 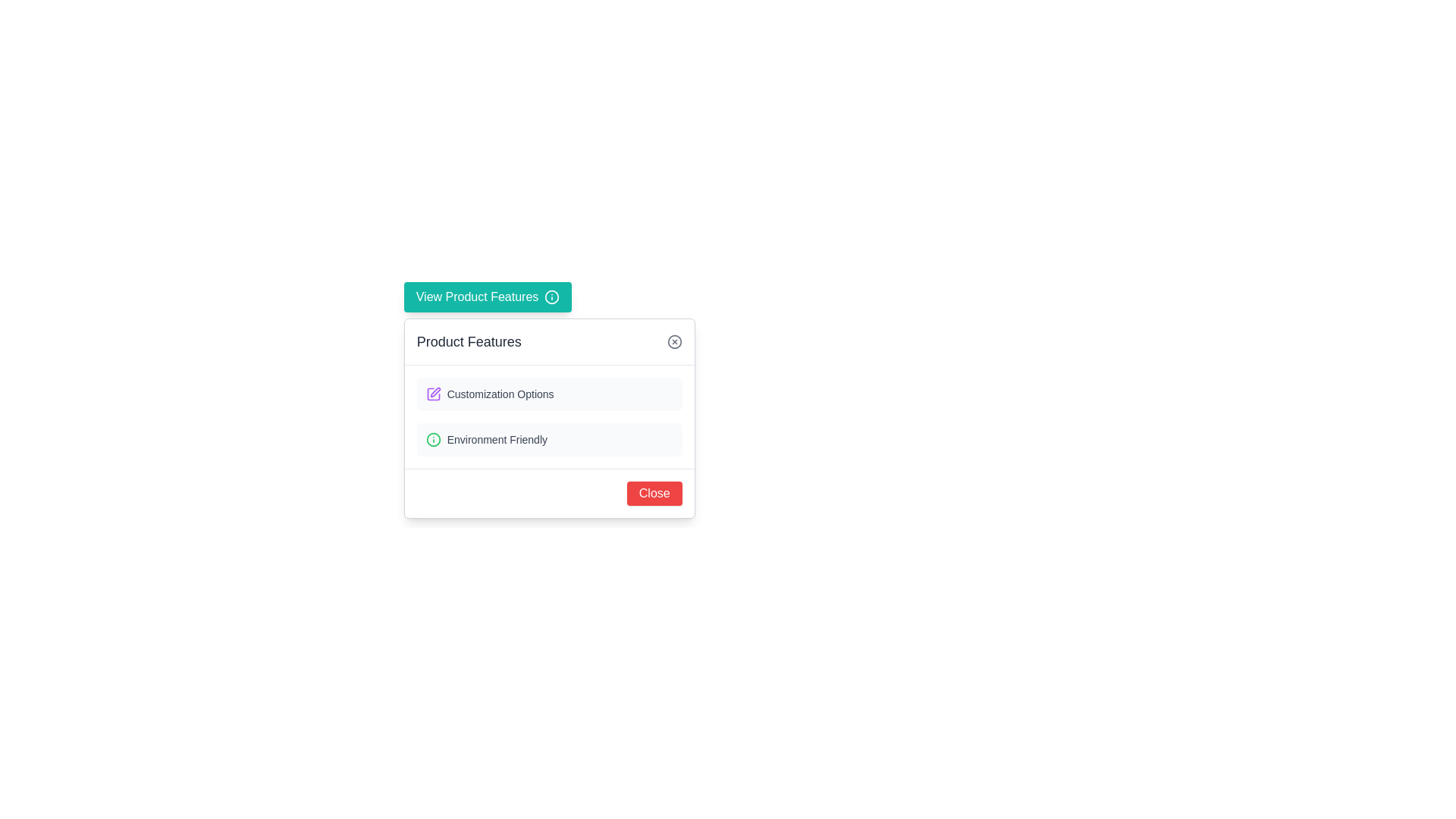 What do you see at coordinates (551, 297) in the screenshot?
I see `the circular graphical icon element with a teal stroke, which is part of the 'info' symbol located to the right of the 'View Product Features' label in the 'Product Features' panel` at bounding box center [551, 297].